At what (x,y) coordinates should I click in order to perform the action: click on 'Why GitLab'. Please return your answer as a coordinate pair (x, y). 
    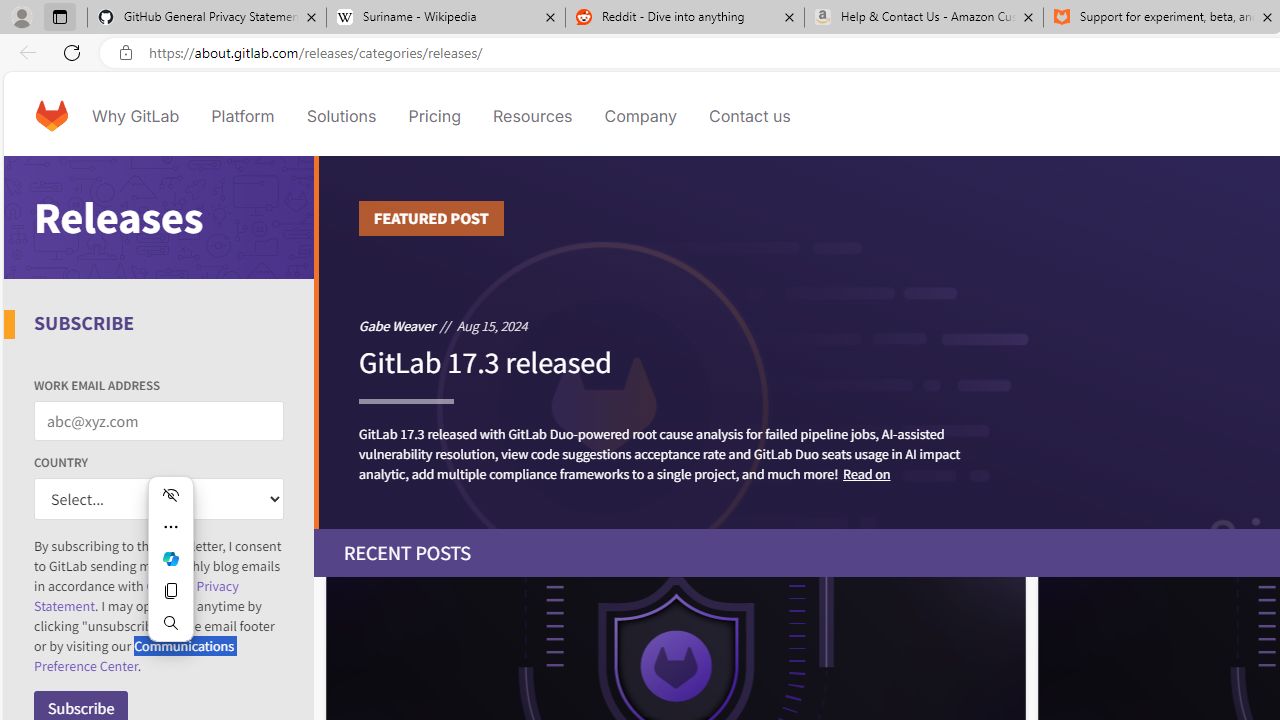
    Looking at the image, I should click on (135, 115).